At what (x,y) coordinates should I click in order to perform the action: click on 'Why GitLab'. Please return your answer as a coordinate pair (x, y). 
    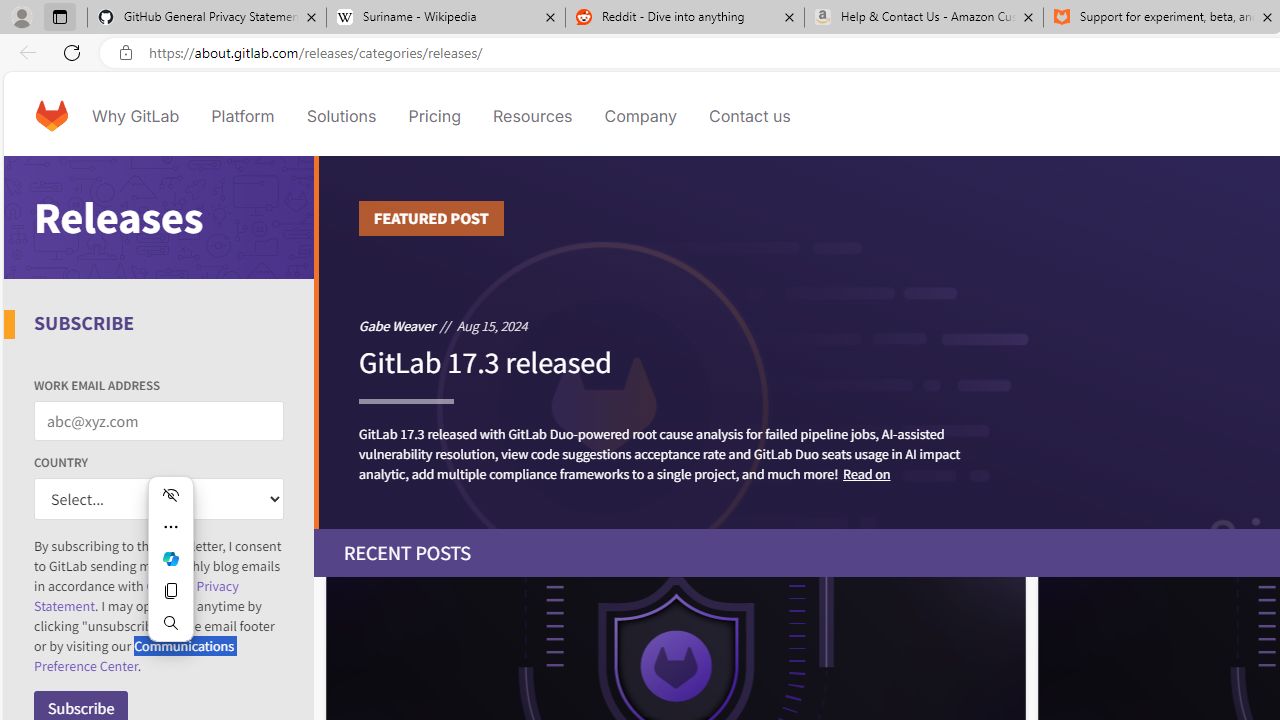
    Looking at the image, I should click on (135, 115).